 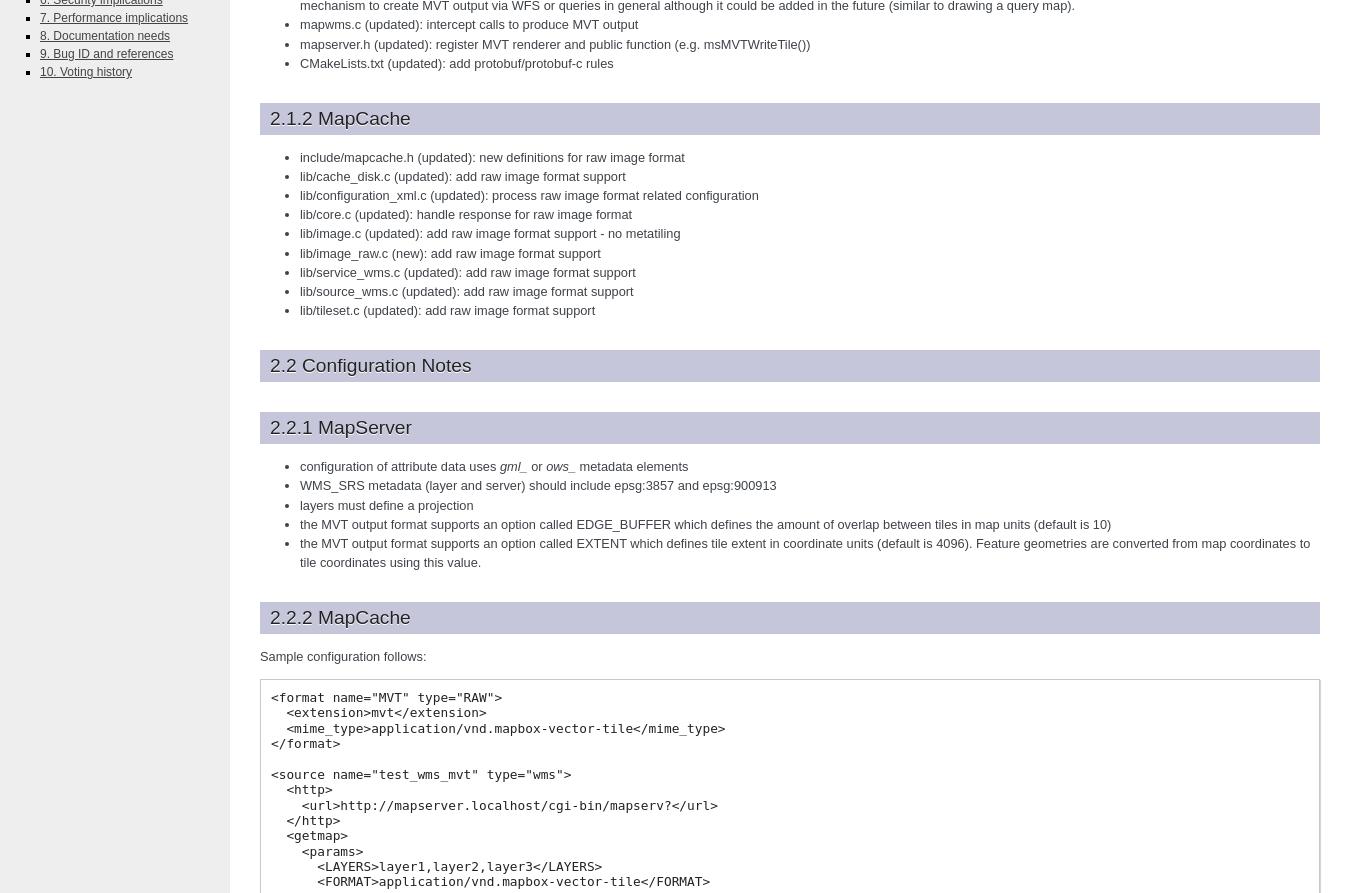 I want to click on 'lib/image_raw.c (new): add raw image format support', so click(x=449, y=251).